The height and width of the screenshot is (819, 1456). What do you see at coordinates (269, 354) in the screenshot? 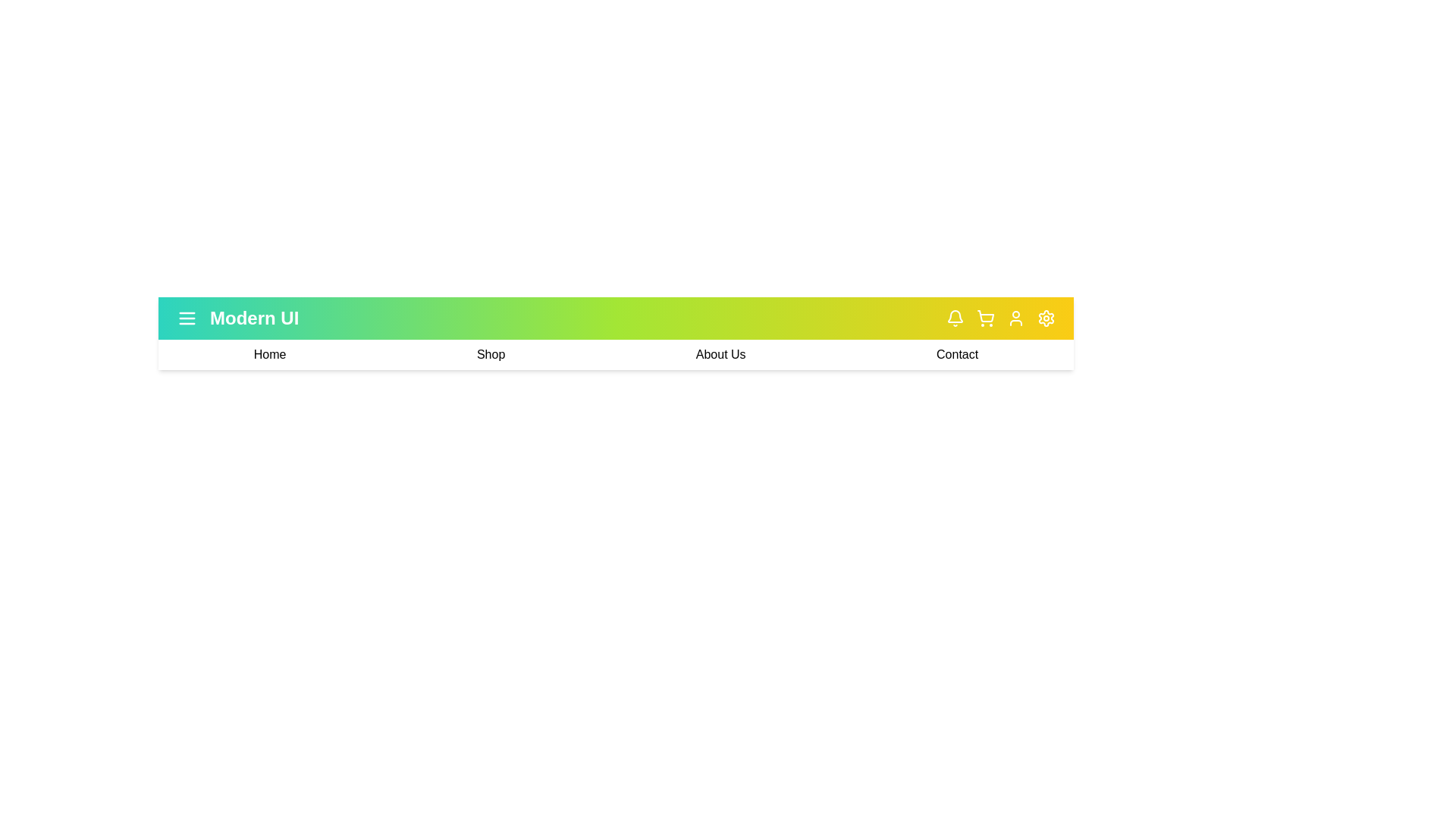
I see `the 'Home' navigation link` at bounding box center [269, 354].